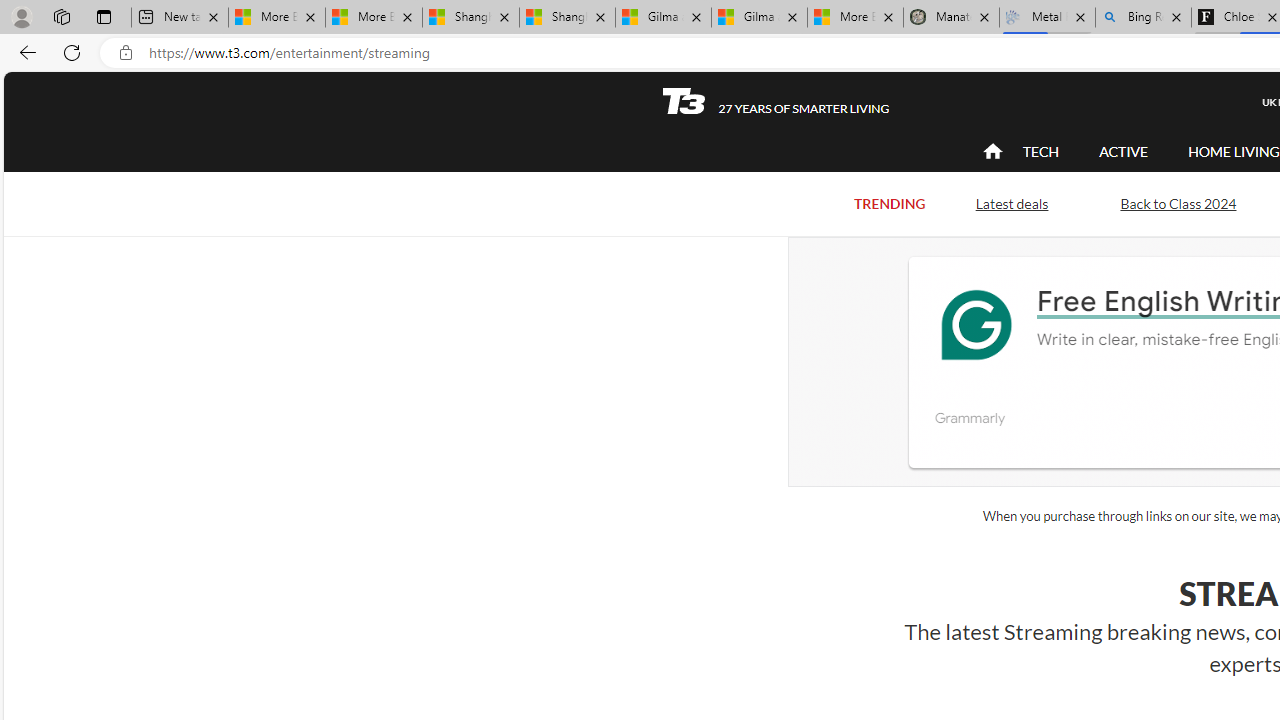 The image size is (1280, 720). What do you see at coordinates (1143, 17) in the screenshot?
I see `'Bing Real Estate - Home sales and rental listings'` at bounding box center [1143, 17].